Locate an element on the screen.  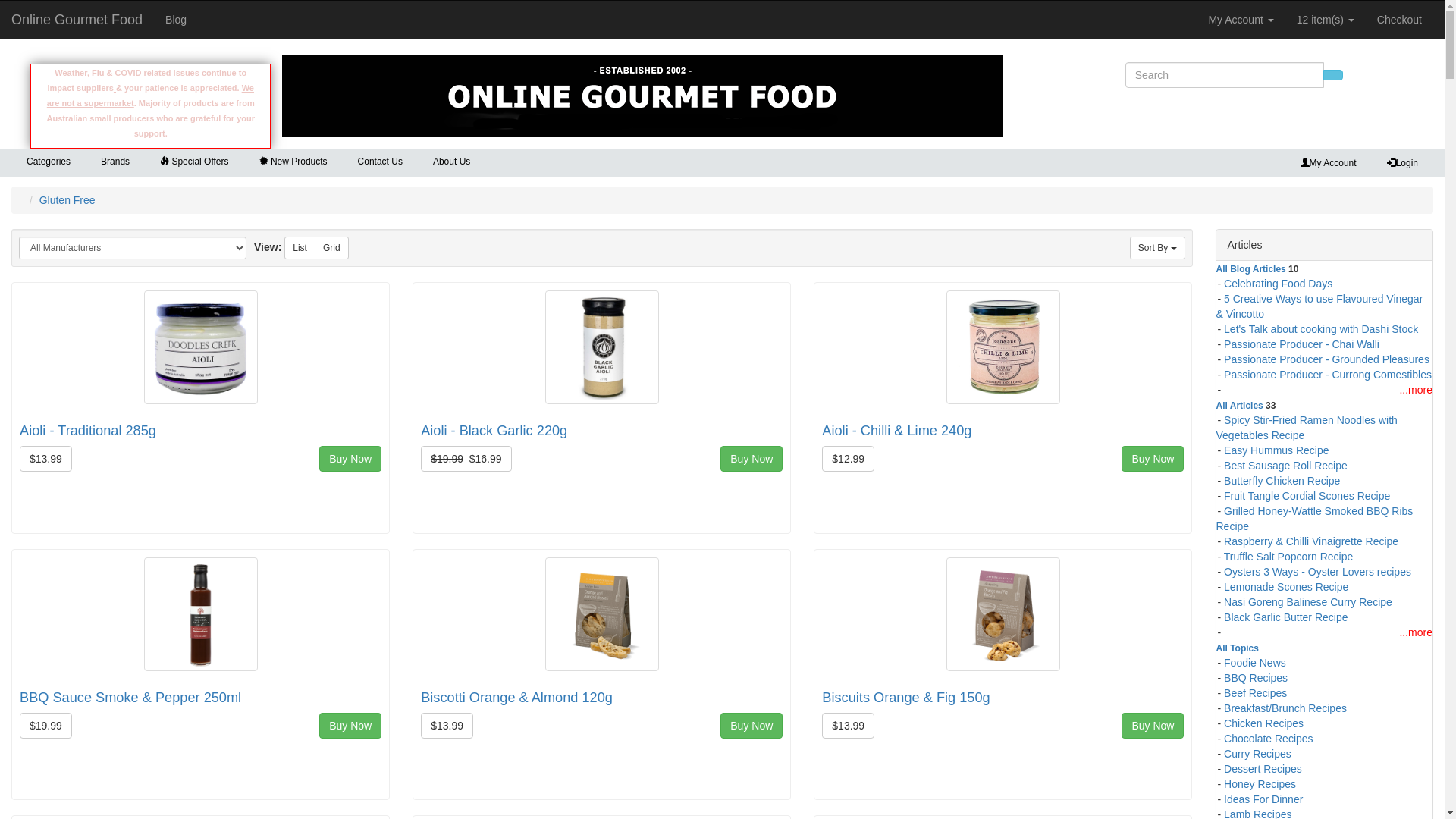
'About Us' is located at coordinates (450, 162).